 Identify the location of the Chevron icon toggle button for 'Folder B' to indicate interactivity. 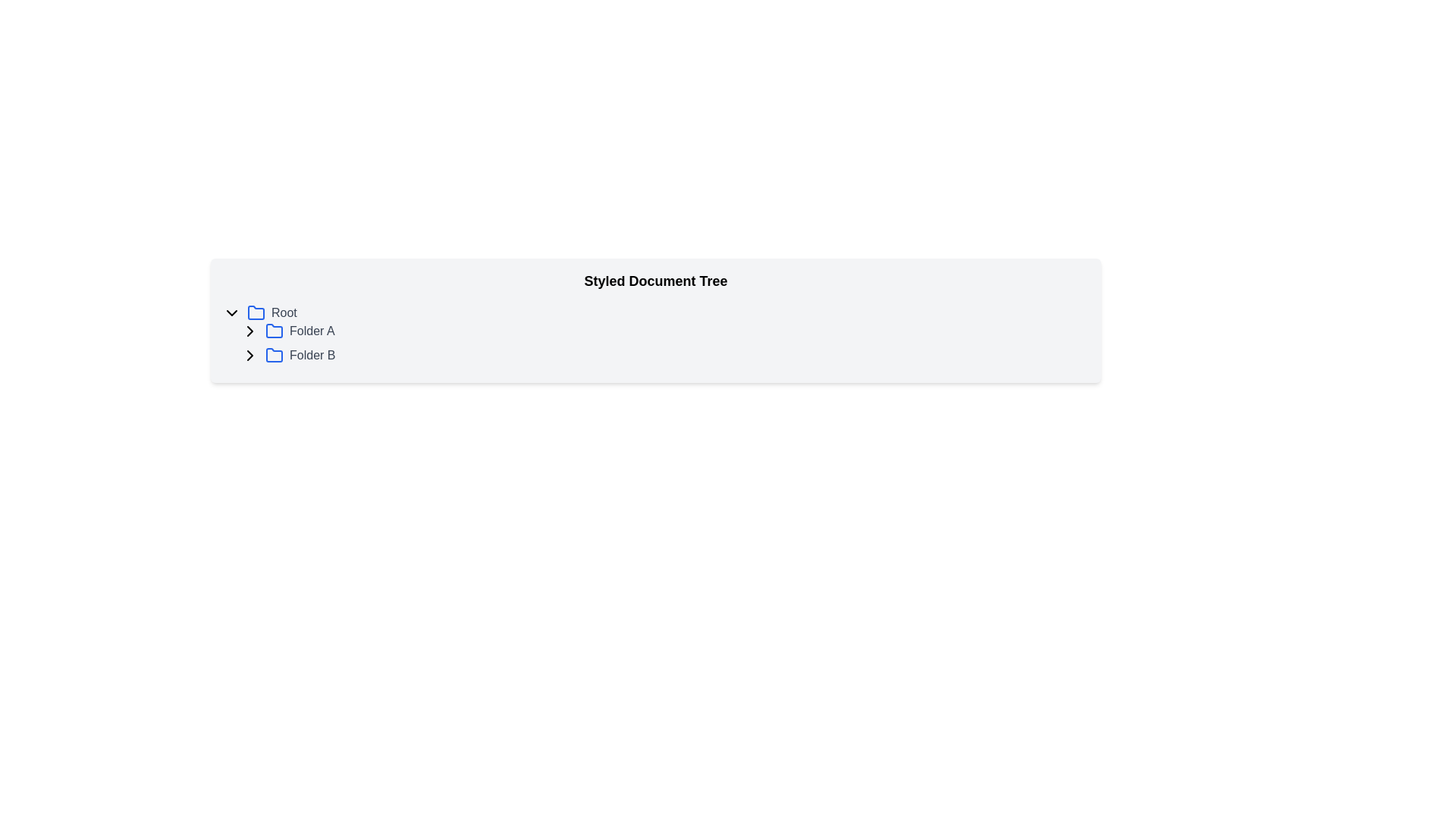
(250, 356).